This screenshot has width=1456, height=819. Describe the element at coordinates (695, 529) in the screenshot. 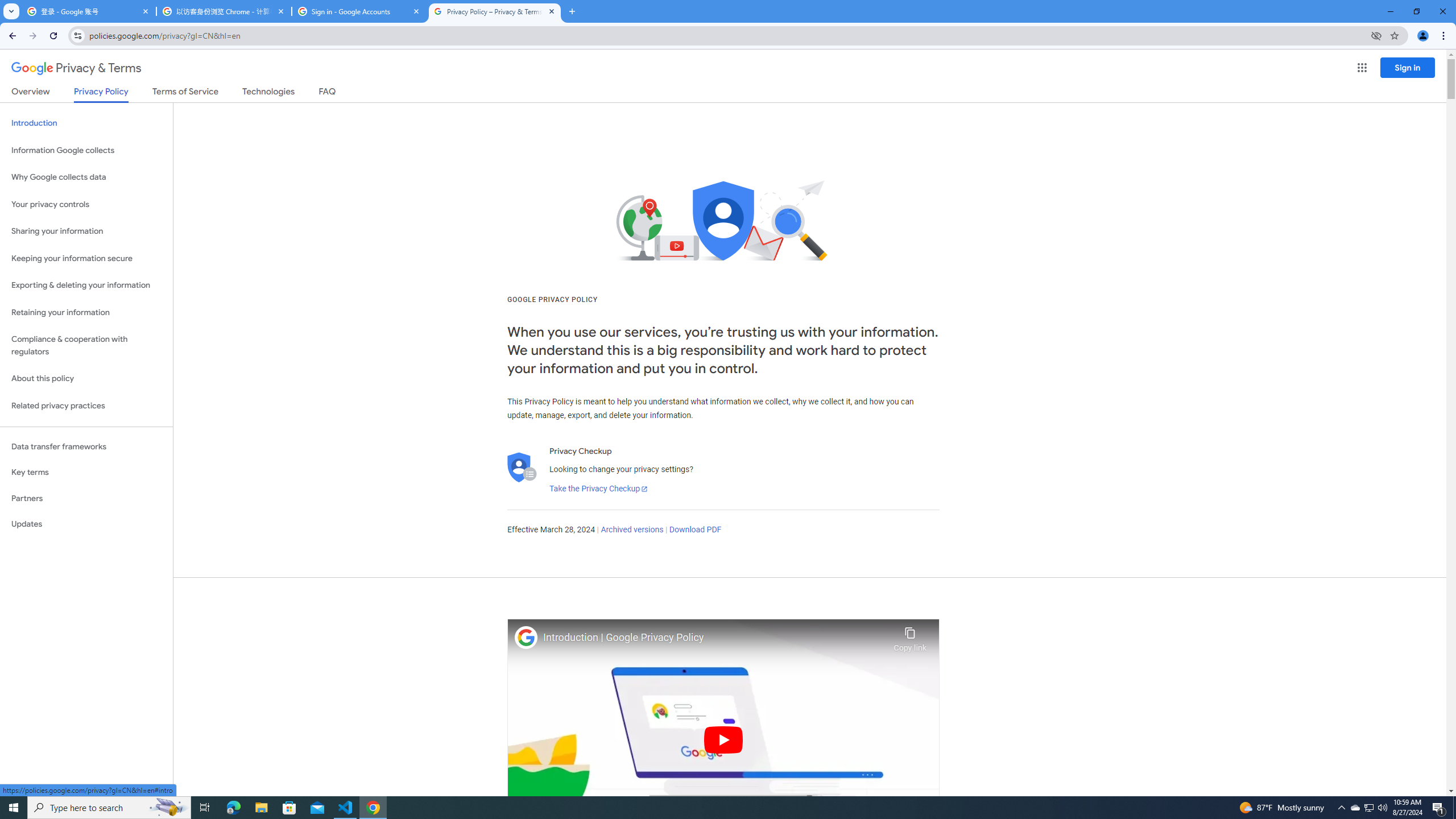

I see `'Download PDF'` at that location.